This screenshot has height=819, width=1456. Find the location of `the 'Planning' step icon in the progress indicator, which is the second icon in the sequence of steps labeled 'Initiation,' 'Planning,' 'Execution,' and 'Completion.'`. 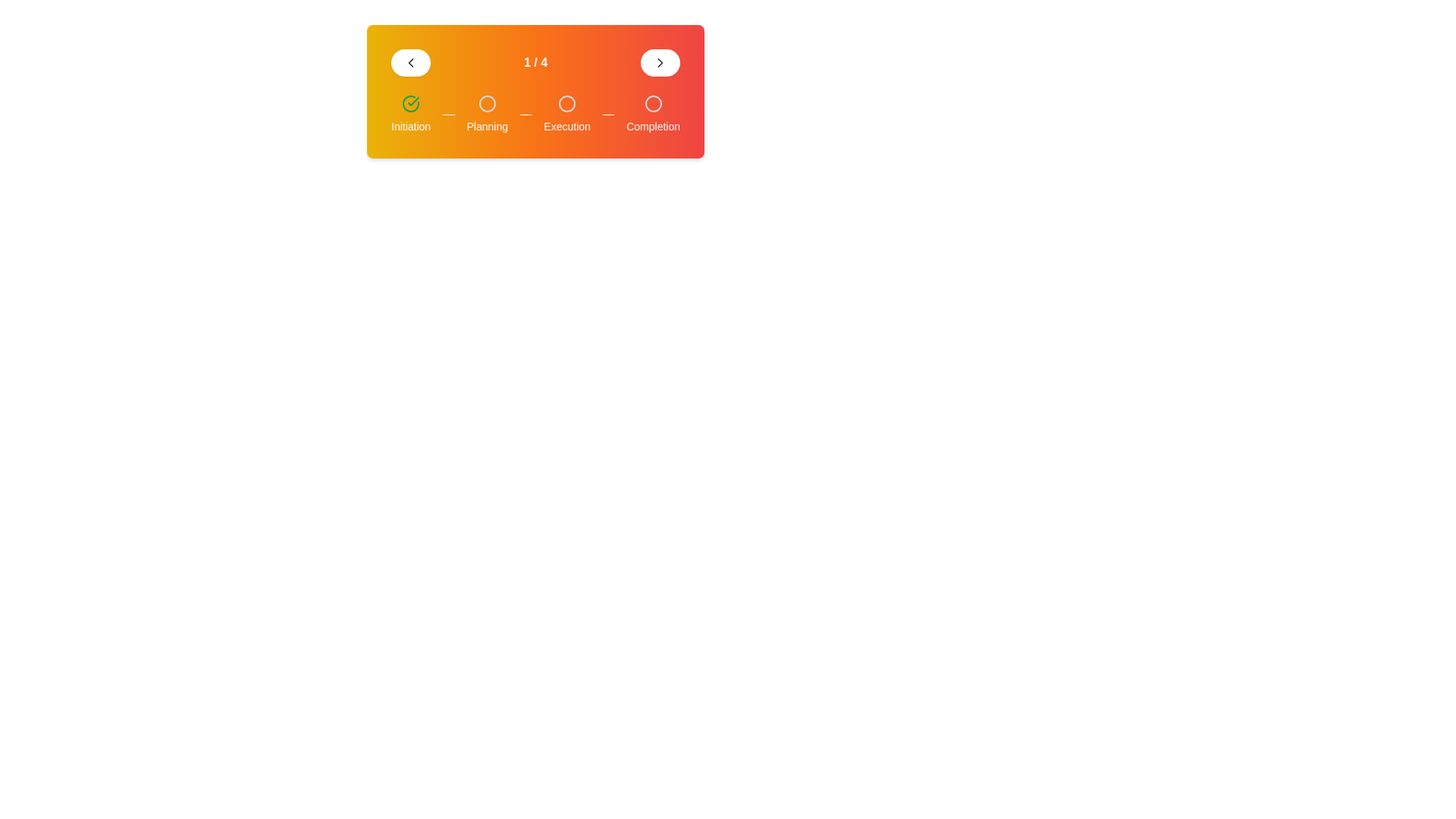

the 'Planning' step icon in the progress indicator, which is the second icon in the sequence of steps labeled 'Initiation,' 'Planning,' 'Execution,' and 'Completion.' is located at coordinates (487, 103).